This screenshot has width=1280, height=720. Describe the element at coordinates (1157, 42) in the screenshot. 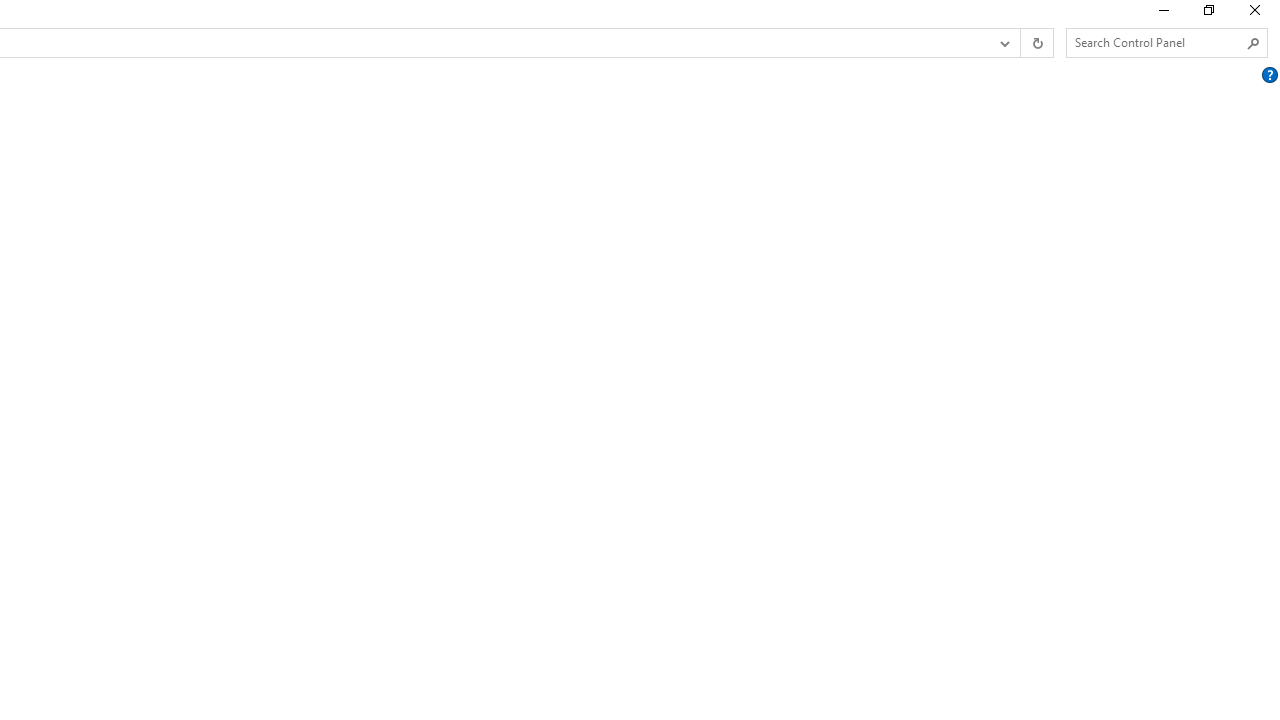

I see `'Search Box'` at that location.